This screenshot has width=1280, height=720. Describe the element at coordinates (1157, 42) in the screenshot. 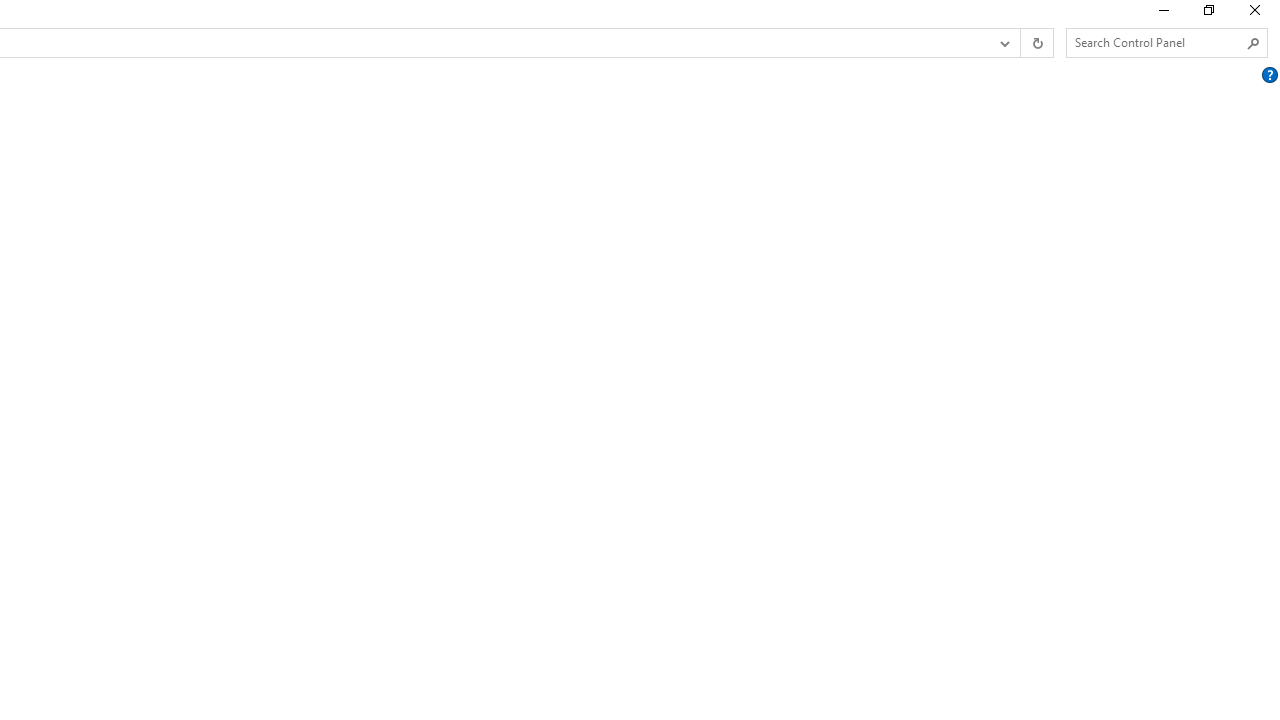

I see `'Search Box'` at that location.